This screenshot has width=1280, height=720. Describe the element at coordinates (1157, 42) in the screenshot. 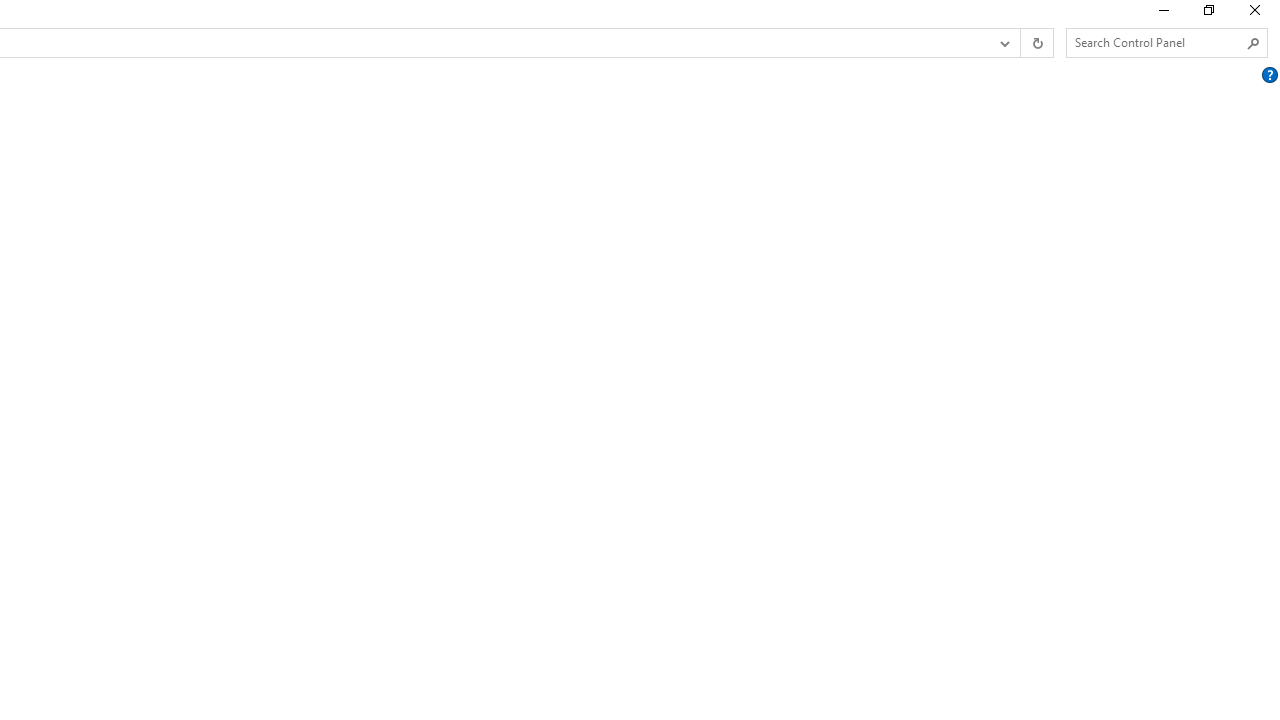

I see `'Search Box'` at that location.